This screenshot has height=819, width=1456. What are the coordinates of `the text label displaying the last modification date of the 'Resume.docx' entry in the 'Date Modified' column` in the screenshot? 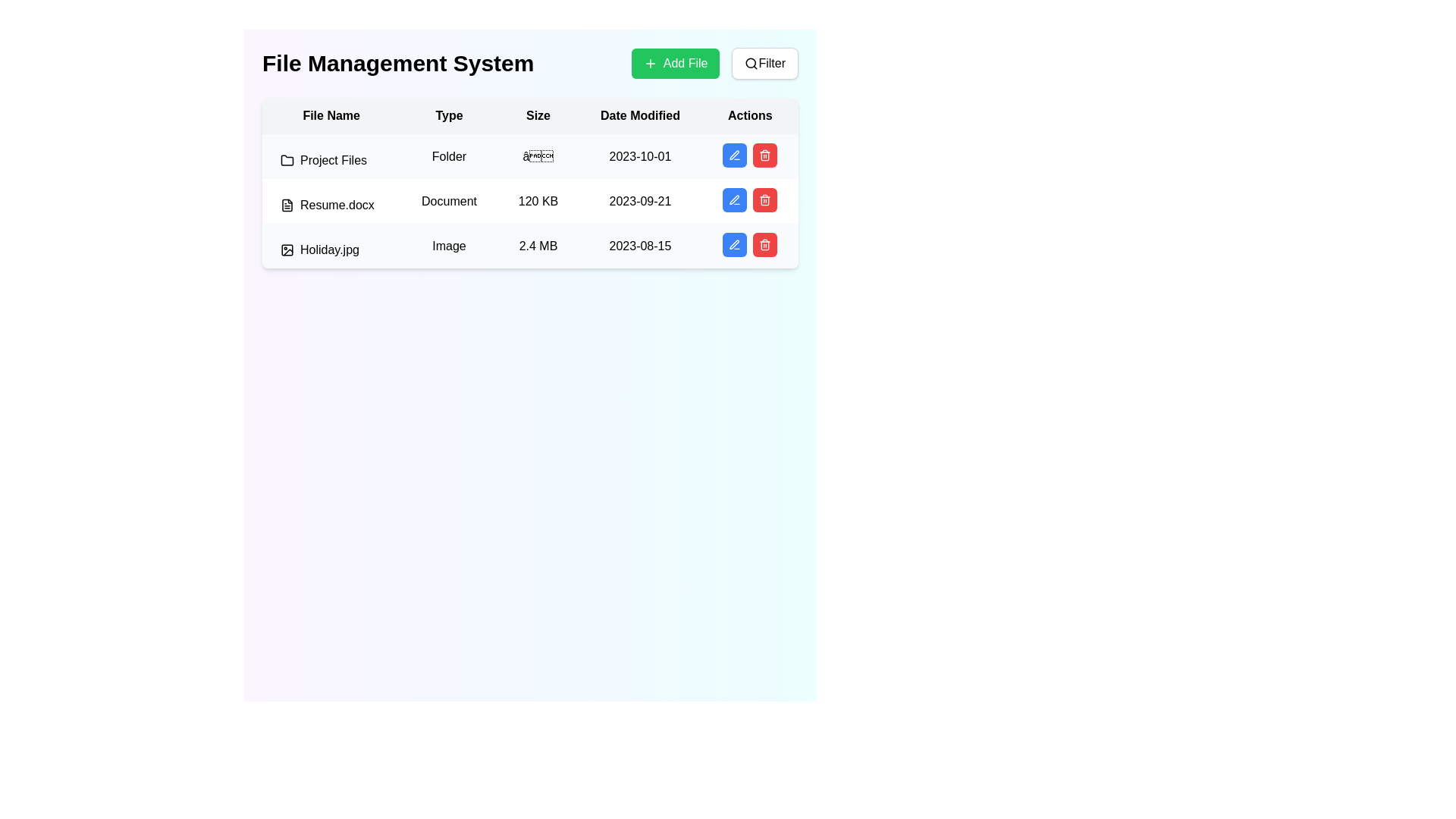 It's located at (640, 200).